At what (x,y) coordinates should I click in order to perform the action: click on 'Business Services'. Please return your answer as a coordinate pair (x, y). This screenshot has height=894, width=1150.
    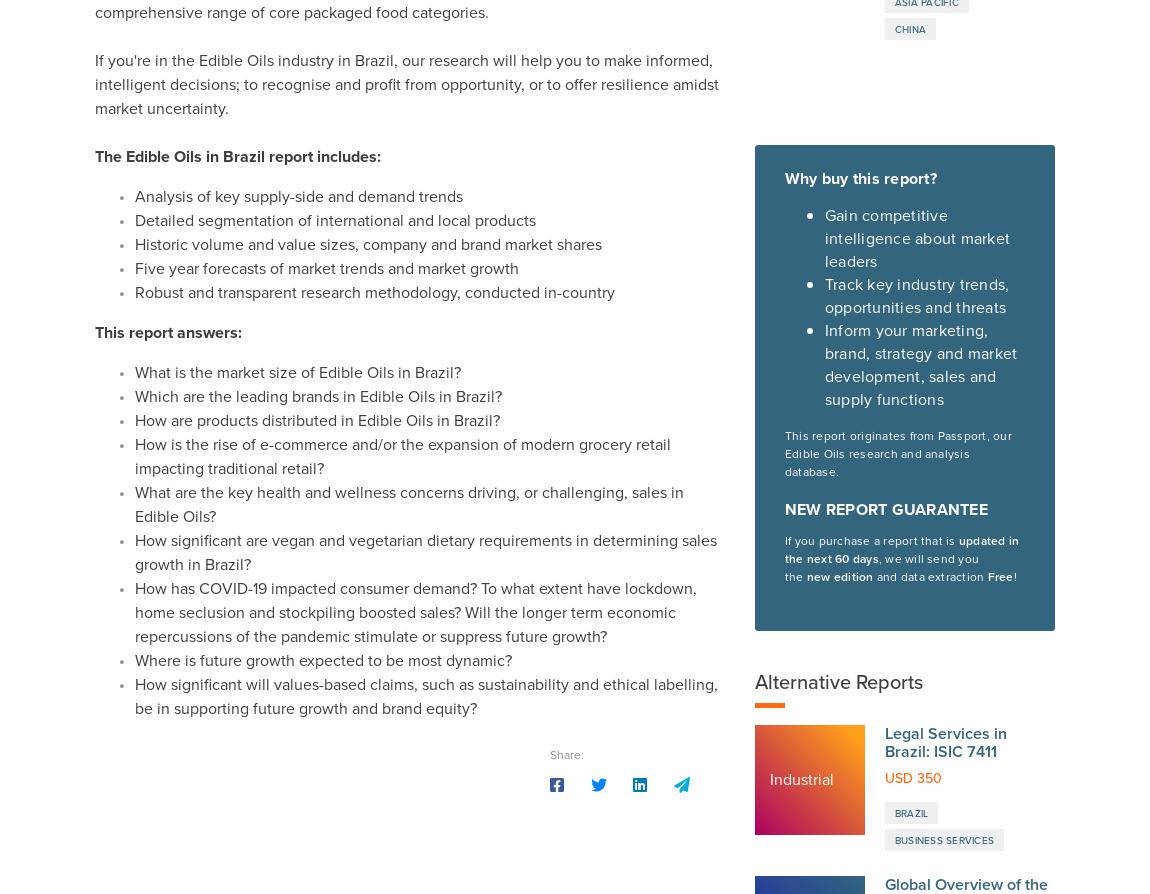
    Looking at the image, I should click on (944, 189).